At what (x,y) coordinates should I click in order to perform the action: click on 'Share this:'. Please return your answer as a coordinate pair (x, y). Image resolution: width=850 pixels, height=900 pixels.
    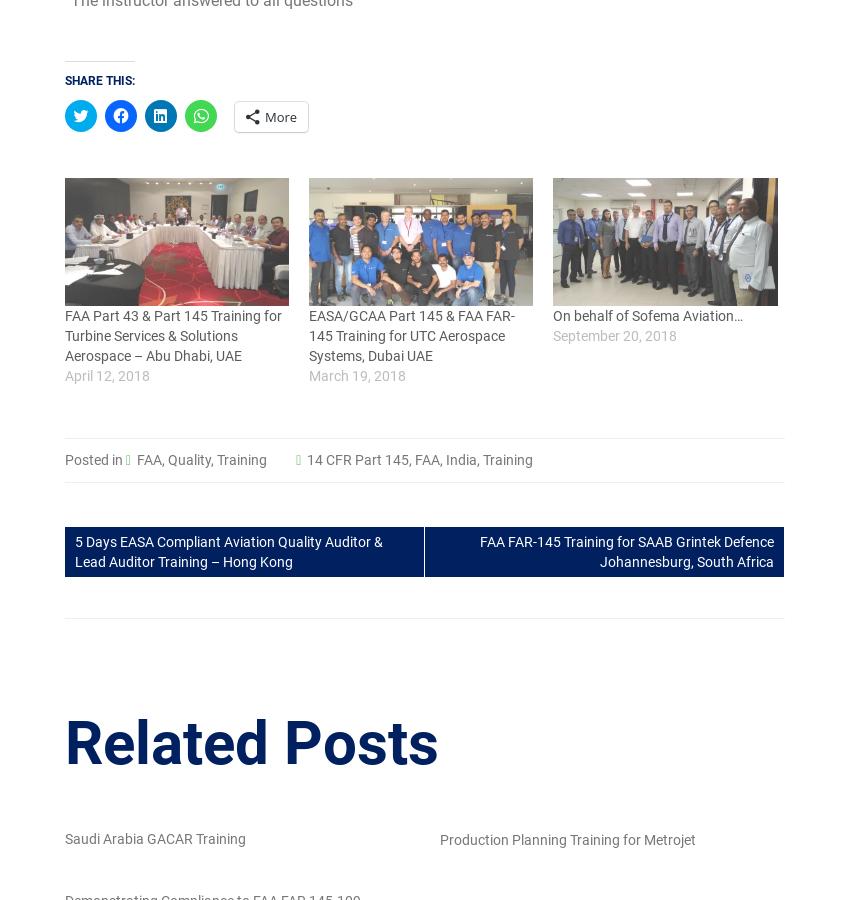
    Looking at the image, I should click on (98, 80).